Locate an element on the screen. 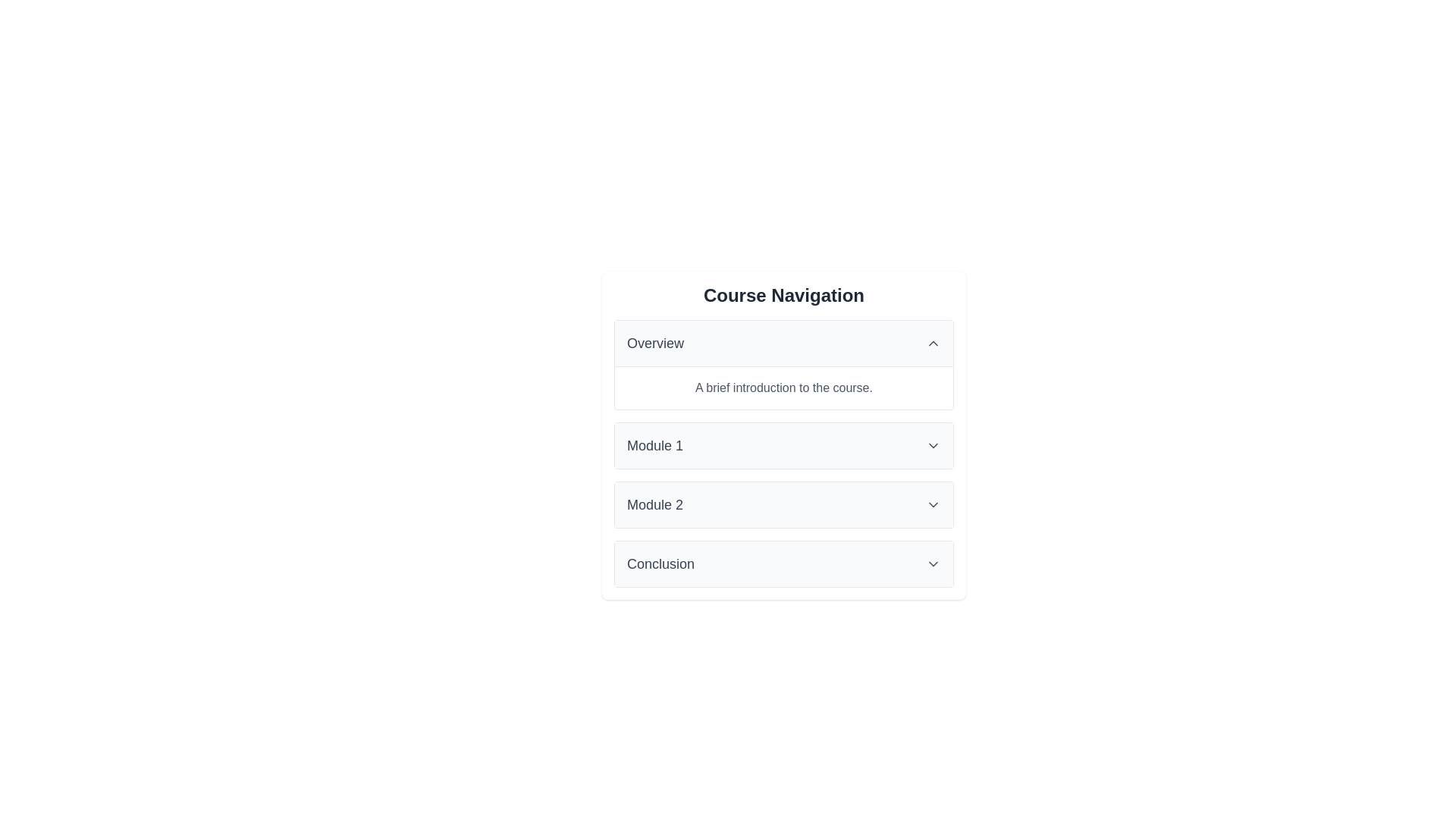 Image resolution: width=1456 pixels, height=819 pixels. the downward-facing chevron icon located to the right of the 'Module 2' list item is located at coordinates (932, 505).